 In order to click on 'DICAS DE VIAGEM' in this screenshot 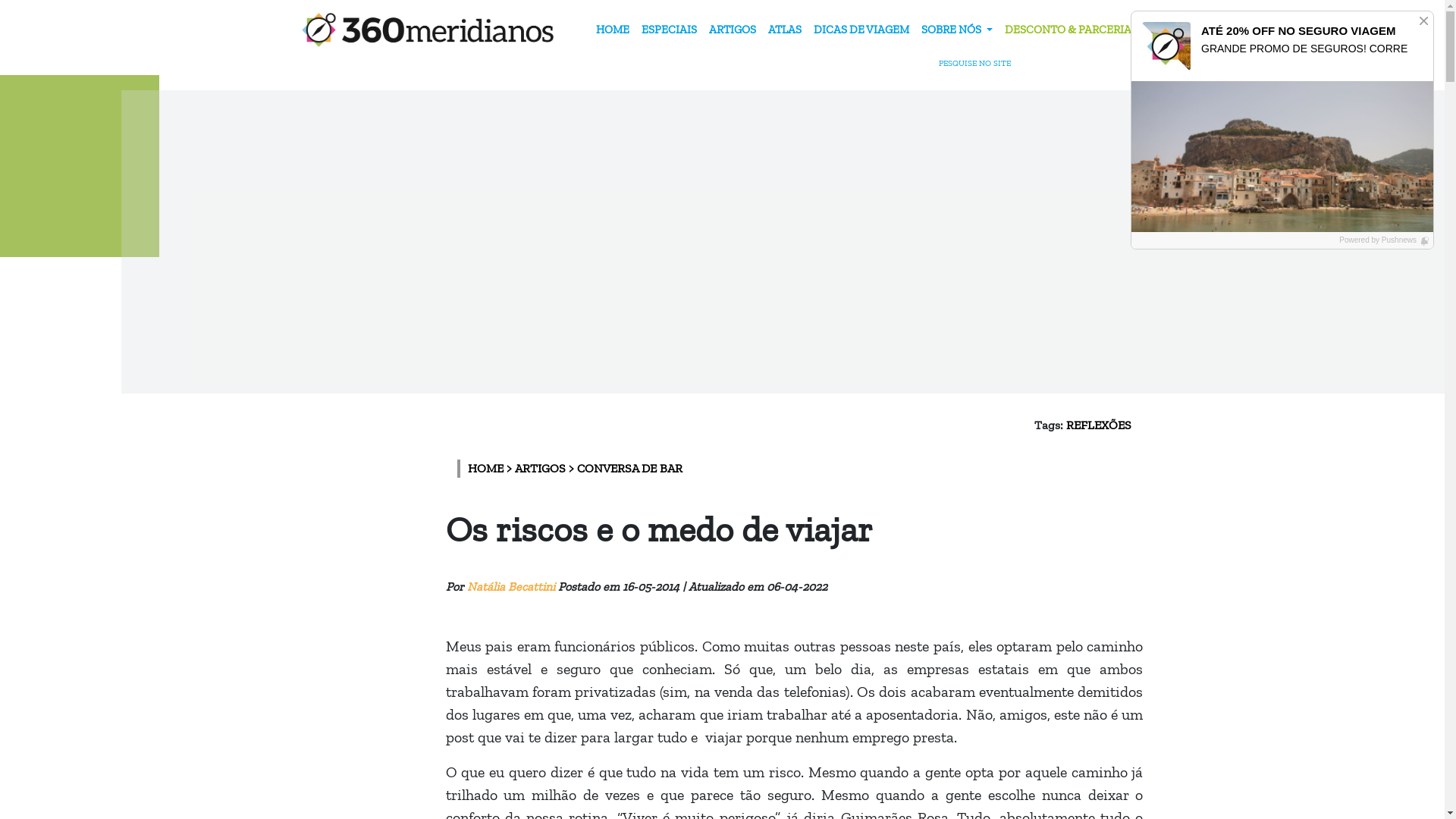, I will do `click(861, 30)`.